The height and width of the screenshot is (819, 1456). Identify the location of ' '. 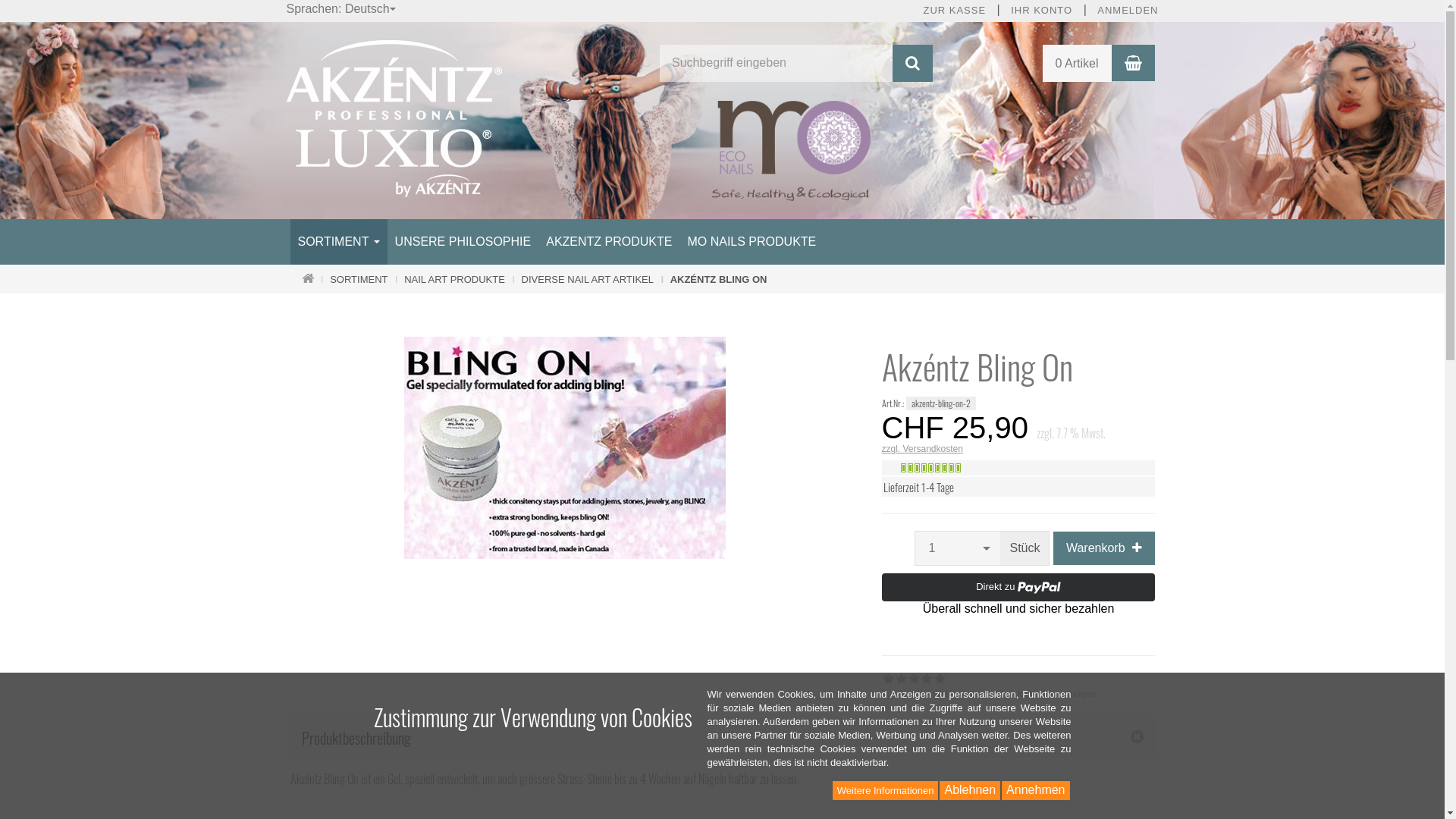
(291, 323).